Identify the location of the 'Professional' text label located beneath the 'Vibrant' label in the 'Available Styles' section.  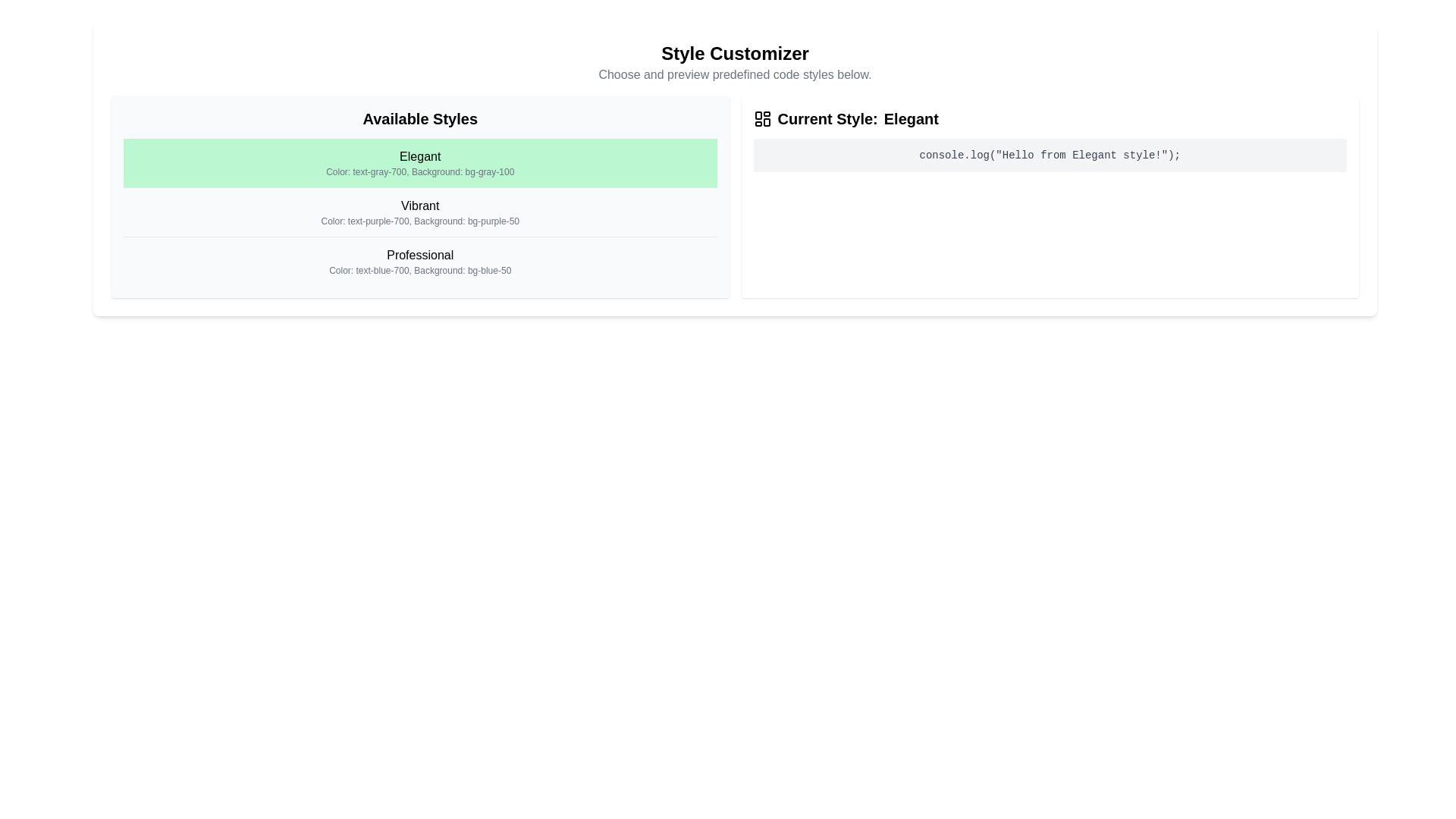
(420, 254).